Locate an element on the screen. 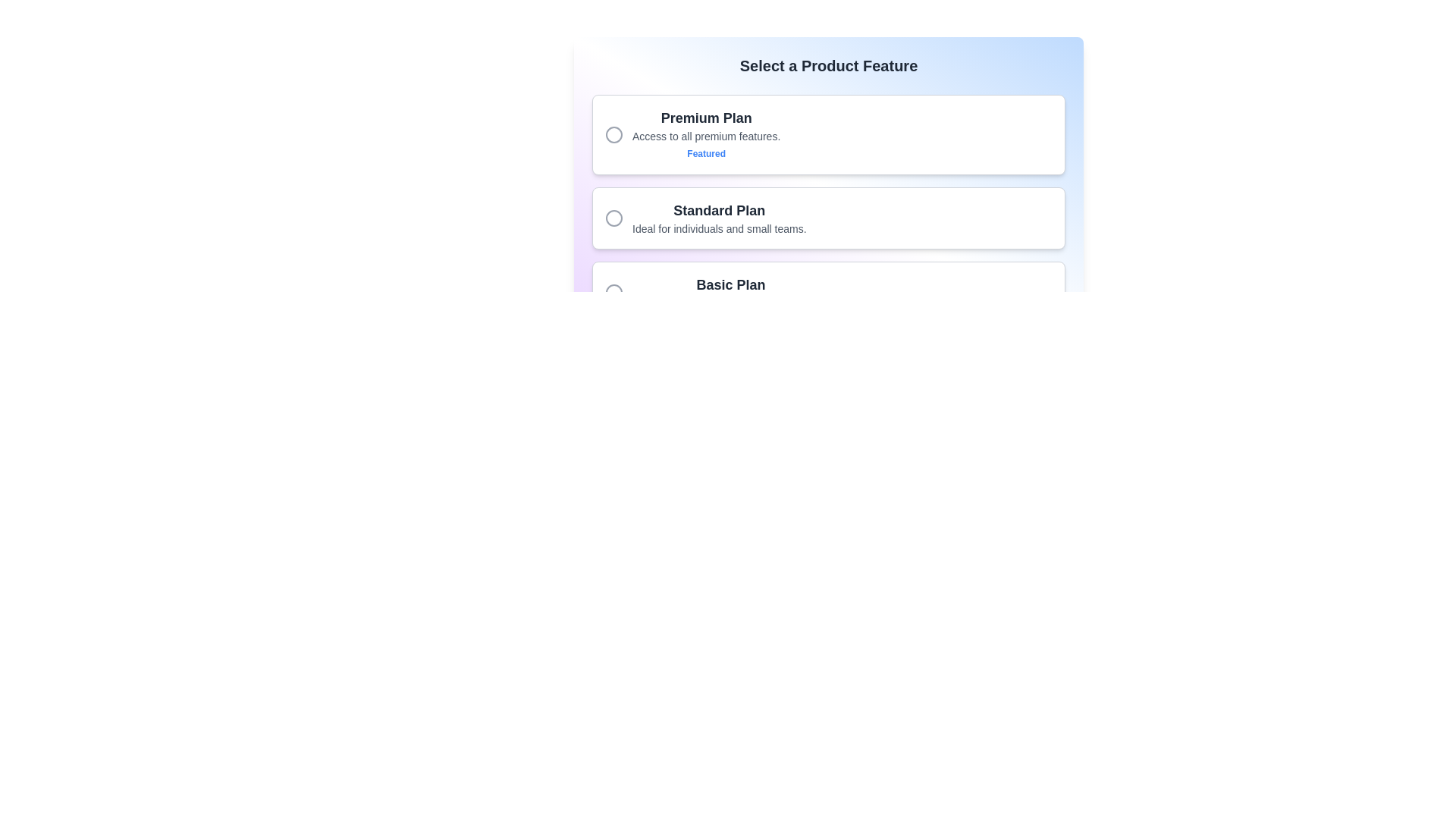 The width and height of the screenshot is (1456, 819). the radio button for the 'Premium Plan' is located at coordinates (614, 133).